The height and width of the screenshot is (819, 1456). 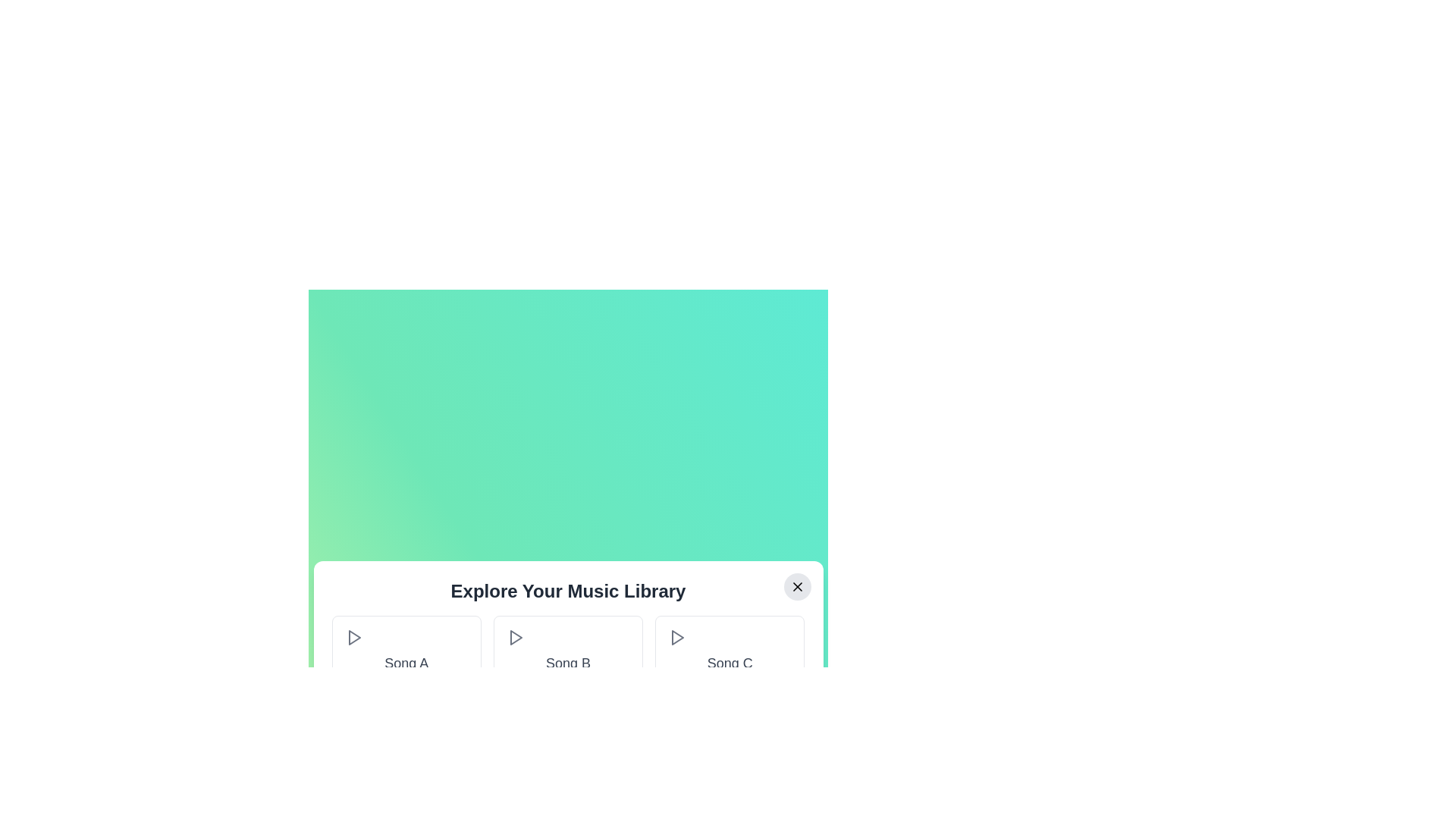 What do you see at coordinates (458, 689) in the screenshot?
I see `the plus button associated with the song Song A to add it to the playlist` at bounding box center [458, 689].